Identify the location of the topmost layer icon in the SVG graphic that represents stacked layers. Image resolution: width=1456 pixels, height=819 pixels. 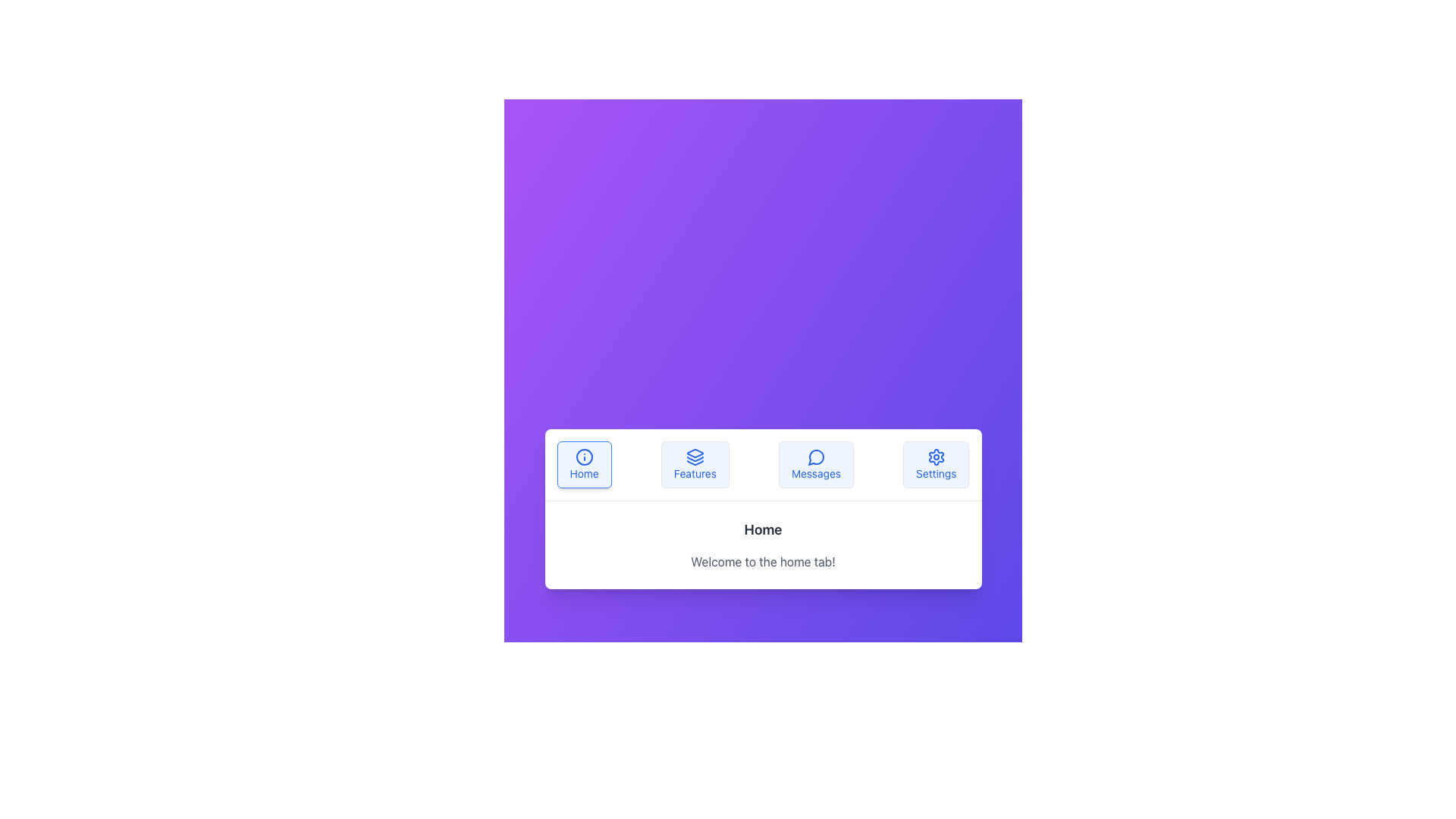
(694, 452).